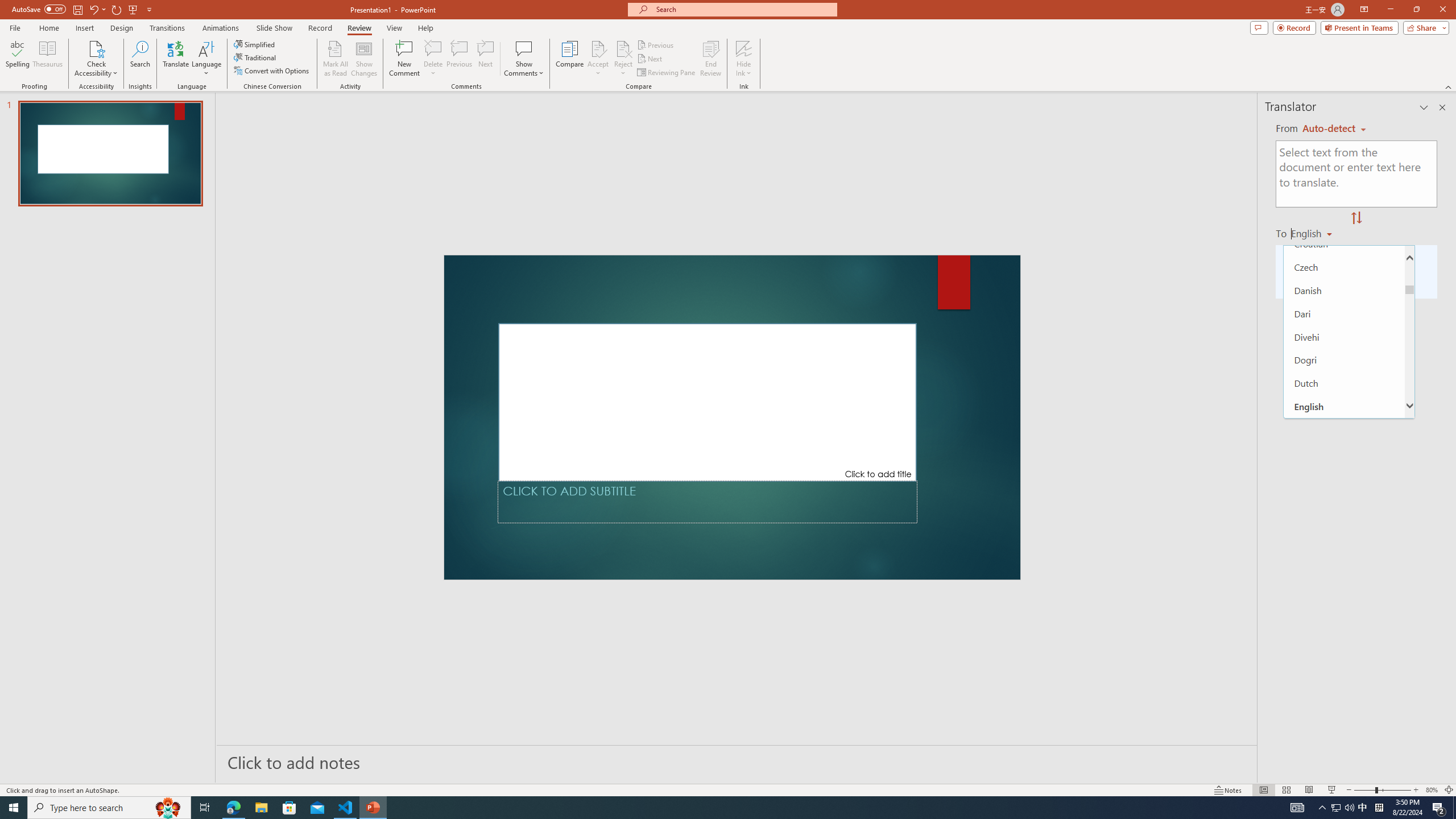 The height and width of the screenshot is (819, 1456). What do you see at coordinates (1345, 406) in the screenshot?
I see `'English'` at bounding box center [1345, 406].